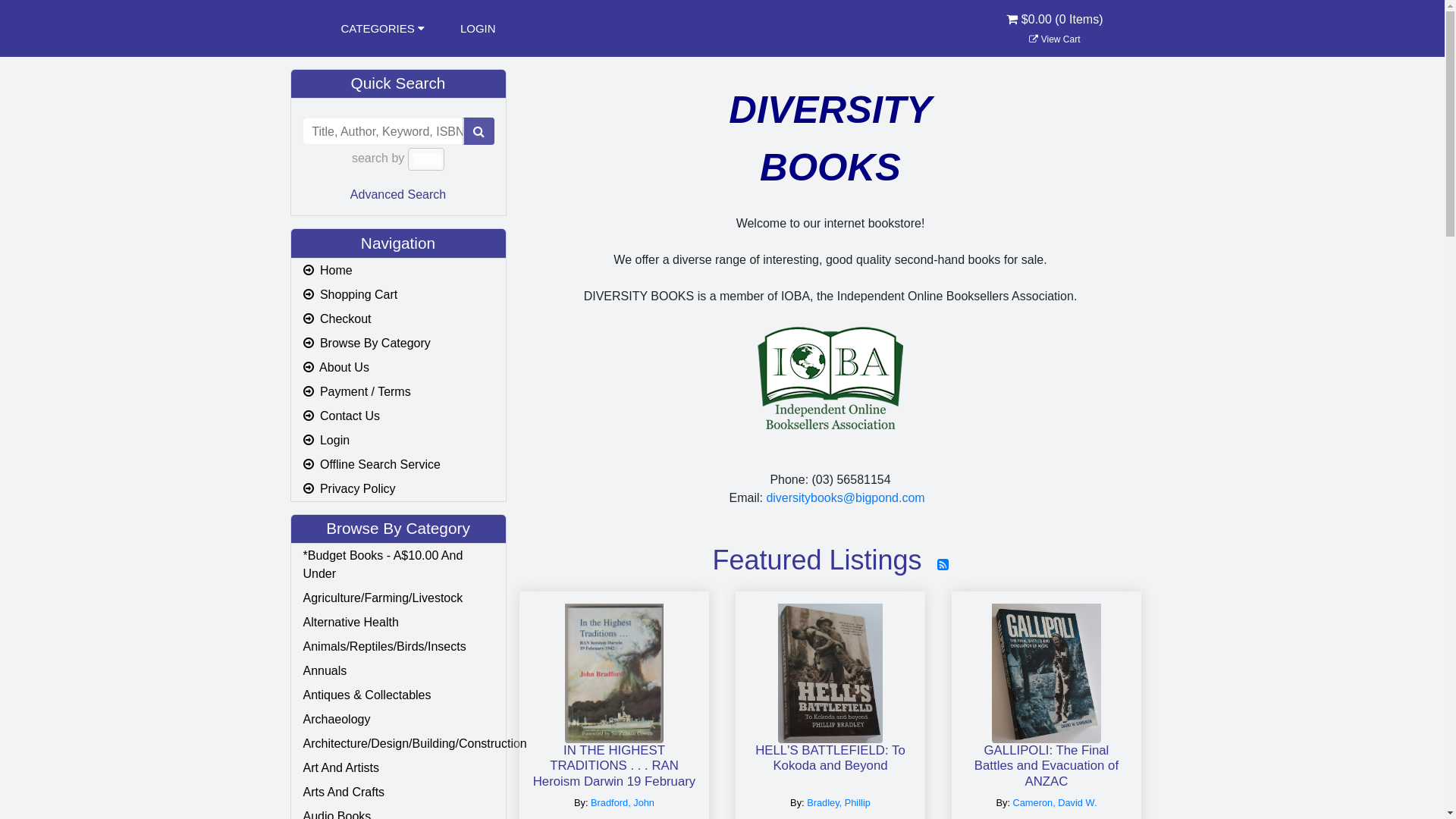 Image resolution: width=1456 pixels, height=819 pixels. I want to click on ' Payment / Terms', so click(398, 391).